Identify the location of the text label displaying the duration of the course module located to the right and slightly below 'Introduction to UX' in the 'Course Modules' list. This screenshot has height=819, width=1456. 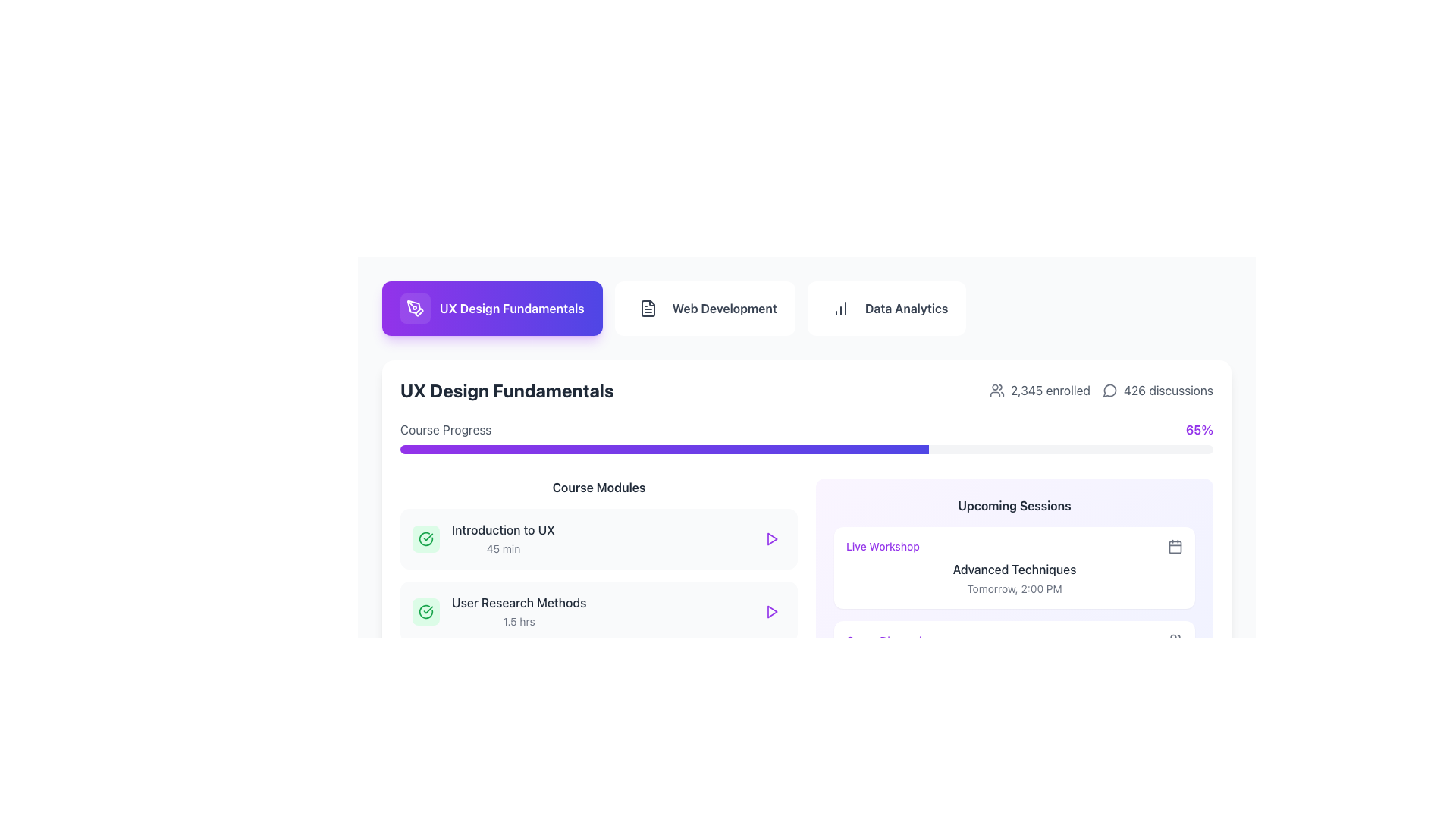
(503, 548).